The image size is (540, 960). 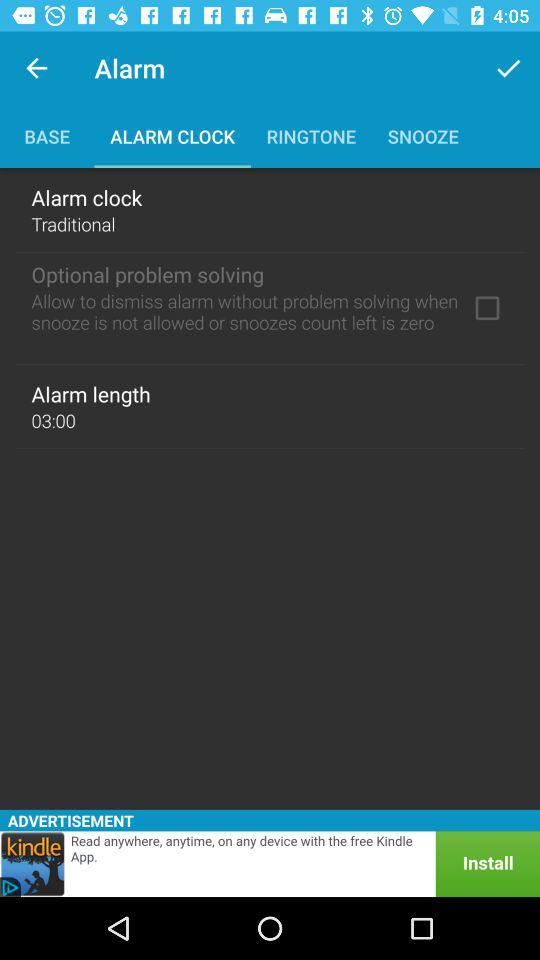 What do you see at coordinates (270, 863) in the screenshot?
I see `icon below advertisement` at bounding box center [270, 863].